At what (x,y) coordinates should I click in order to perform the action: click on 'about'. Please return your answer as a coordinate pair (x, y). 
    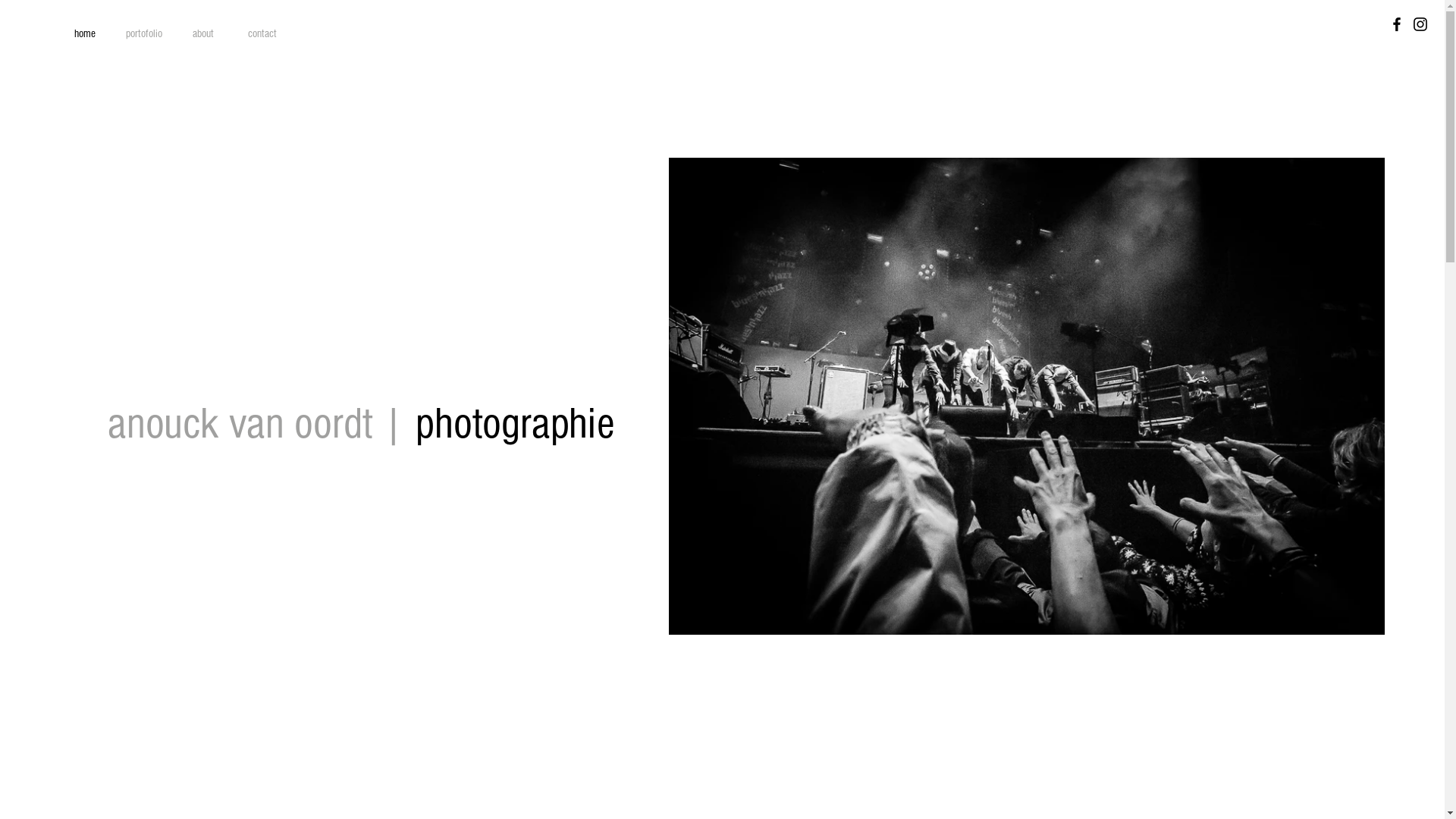
    Looking at the image, I should click on (174, 34).